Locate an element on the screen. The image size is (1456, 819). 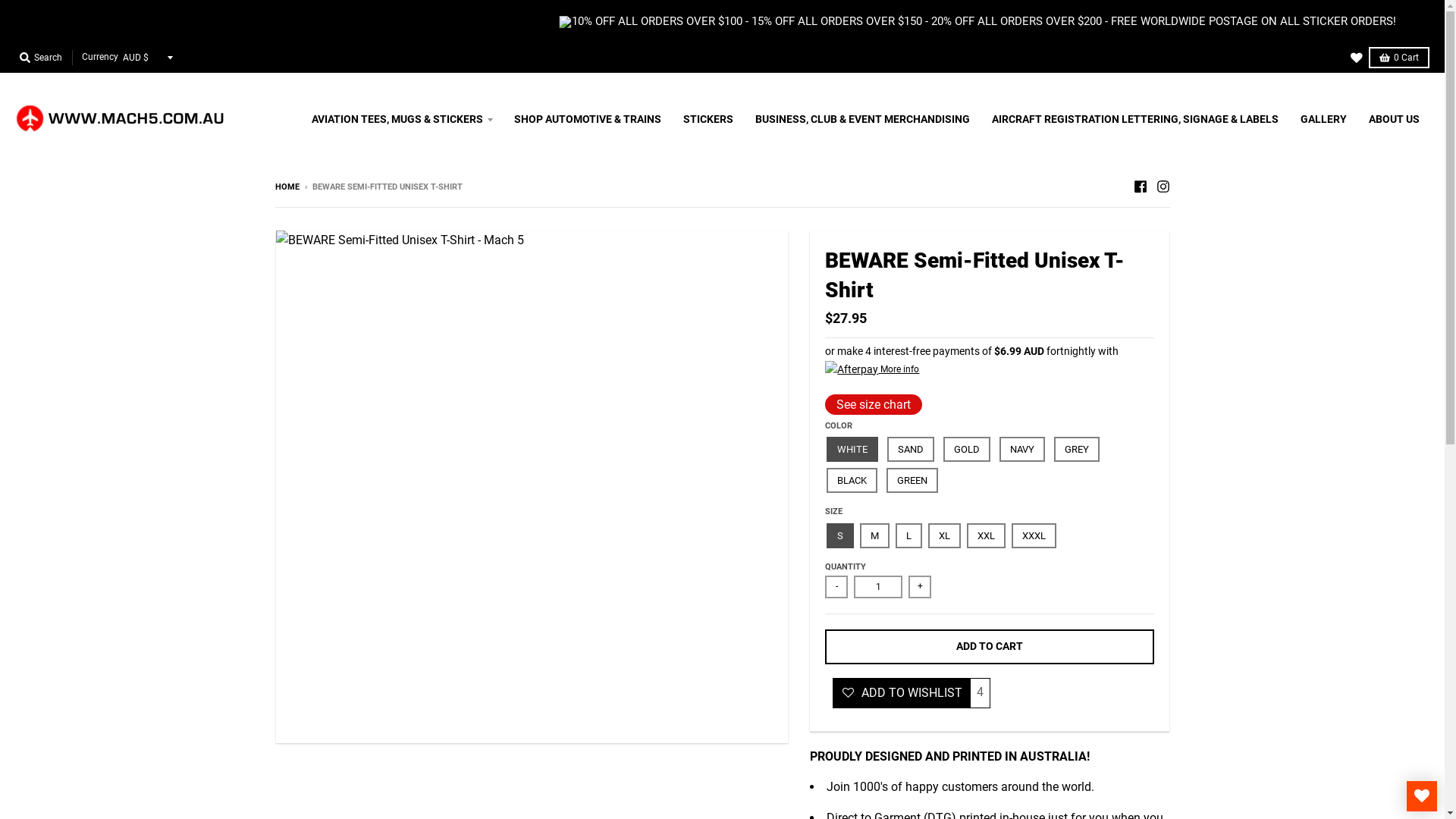
'HOME' is located at coordinates (274, 186).